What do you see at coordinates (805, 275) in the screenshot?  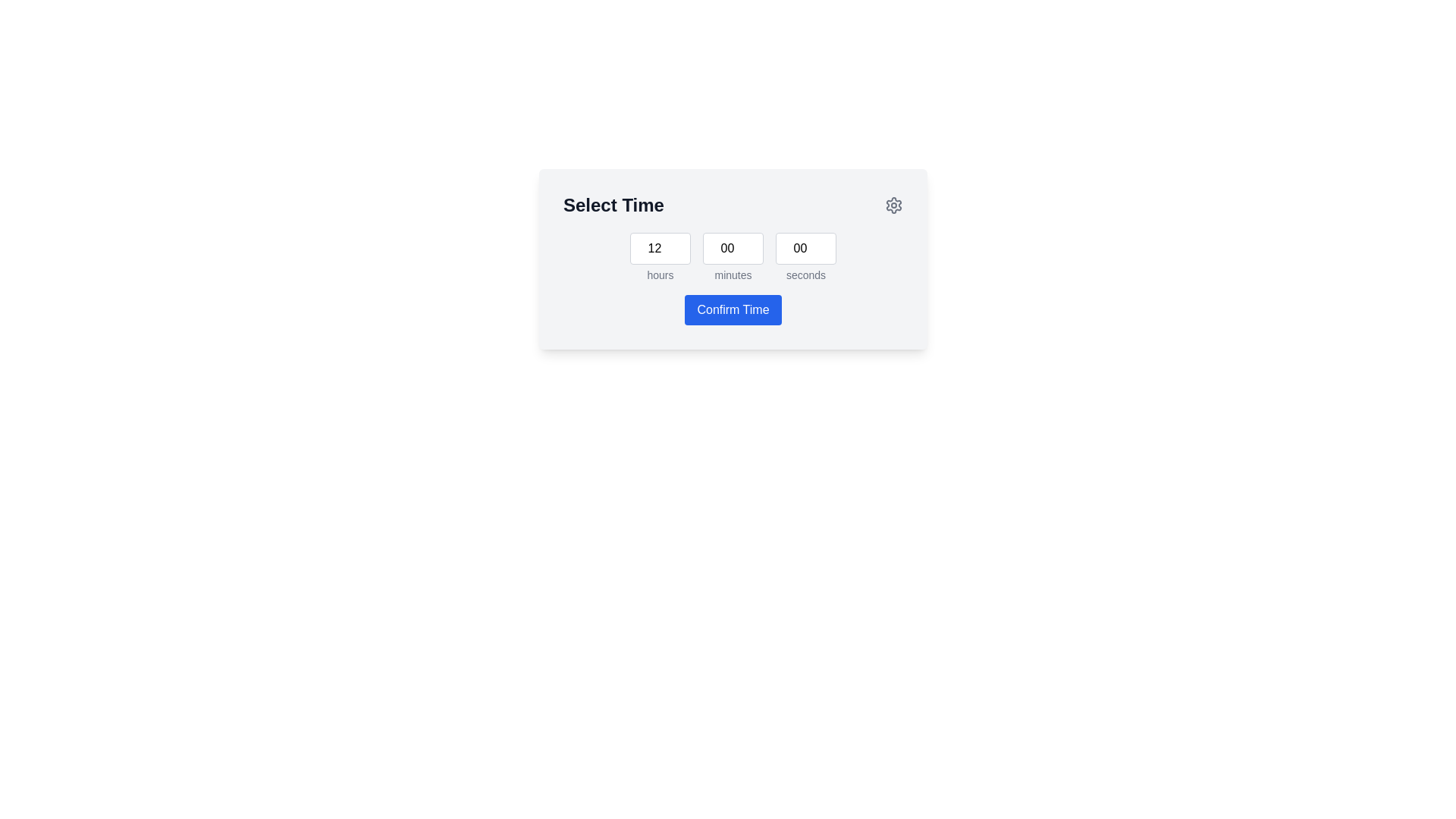 I see `the Text label that provides context for the associated numeric input field for seconds, located directly beneath the numeric input field in the horizontal time input group` at bounding box center [805, 275].